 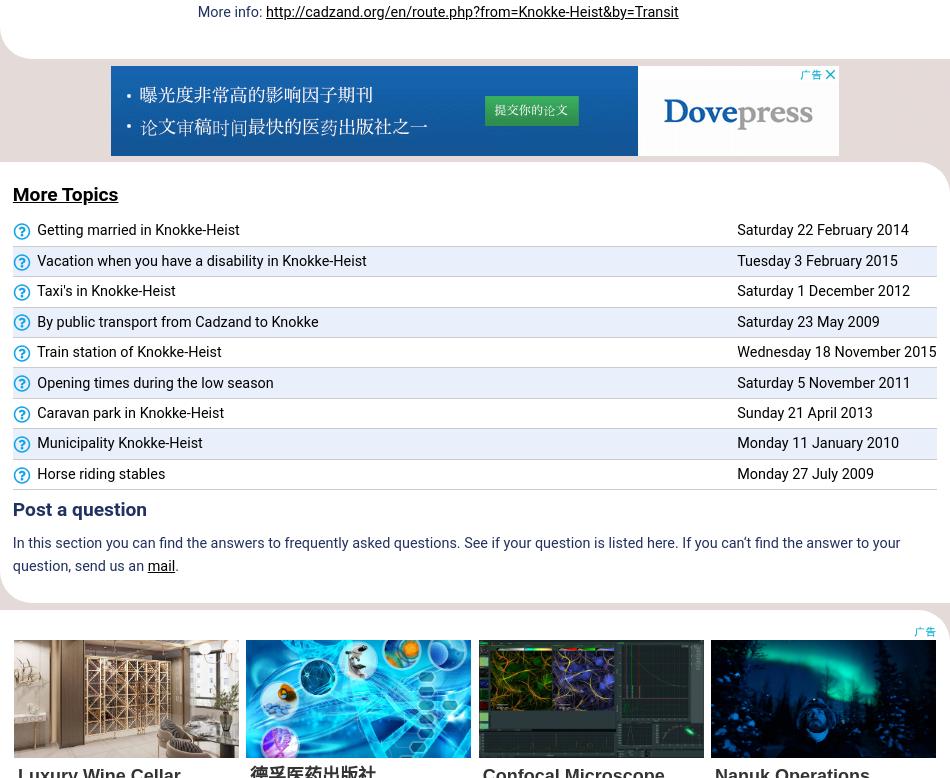 I want to click on '.', so click(x=176, y=565).